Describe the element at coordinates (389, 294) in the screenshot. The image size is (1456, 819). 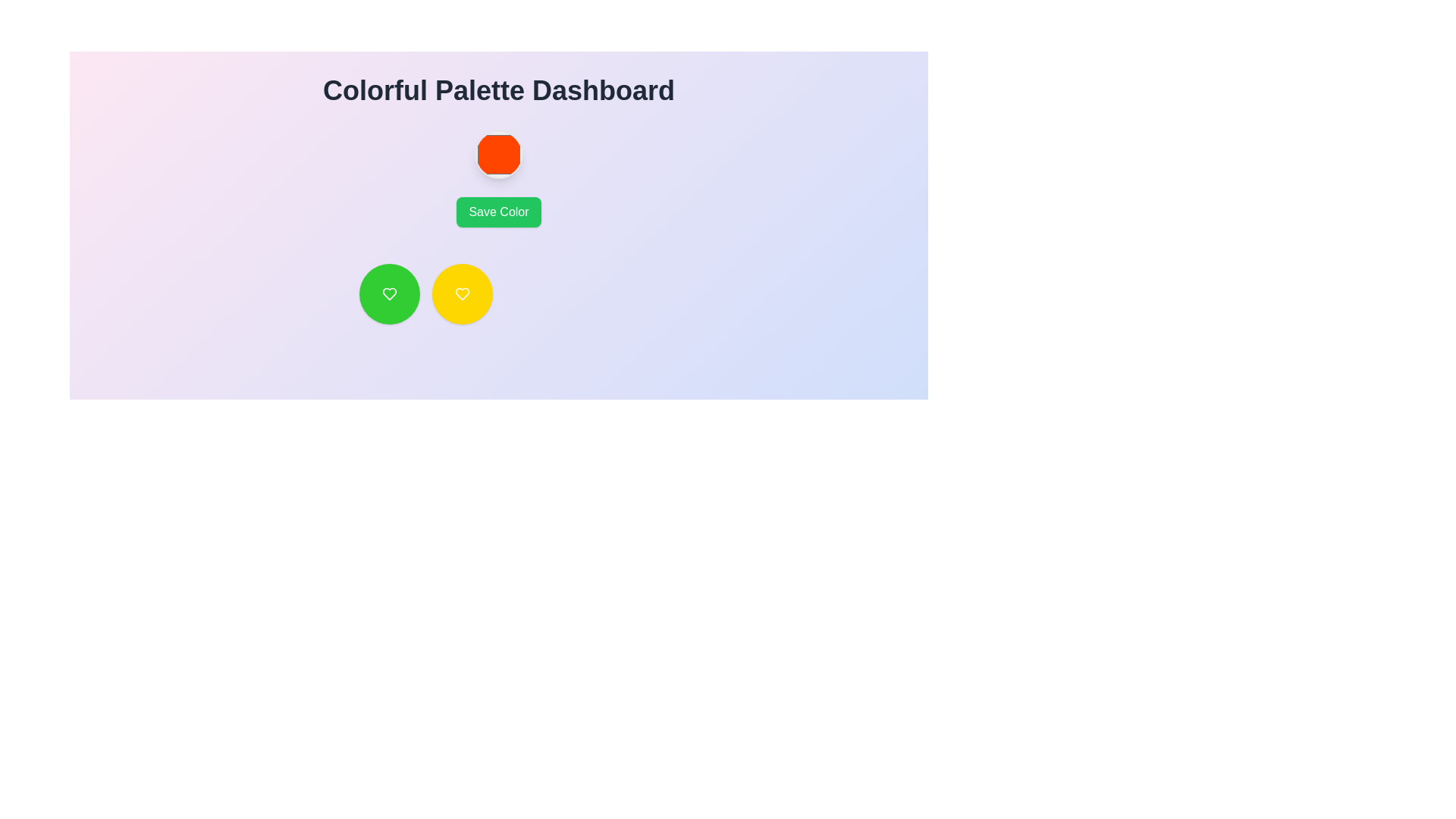
I see `the heart icon inside the green circular button located in the bottom-left section of the interface layout` at that location.